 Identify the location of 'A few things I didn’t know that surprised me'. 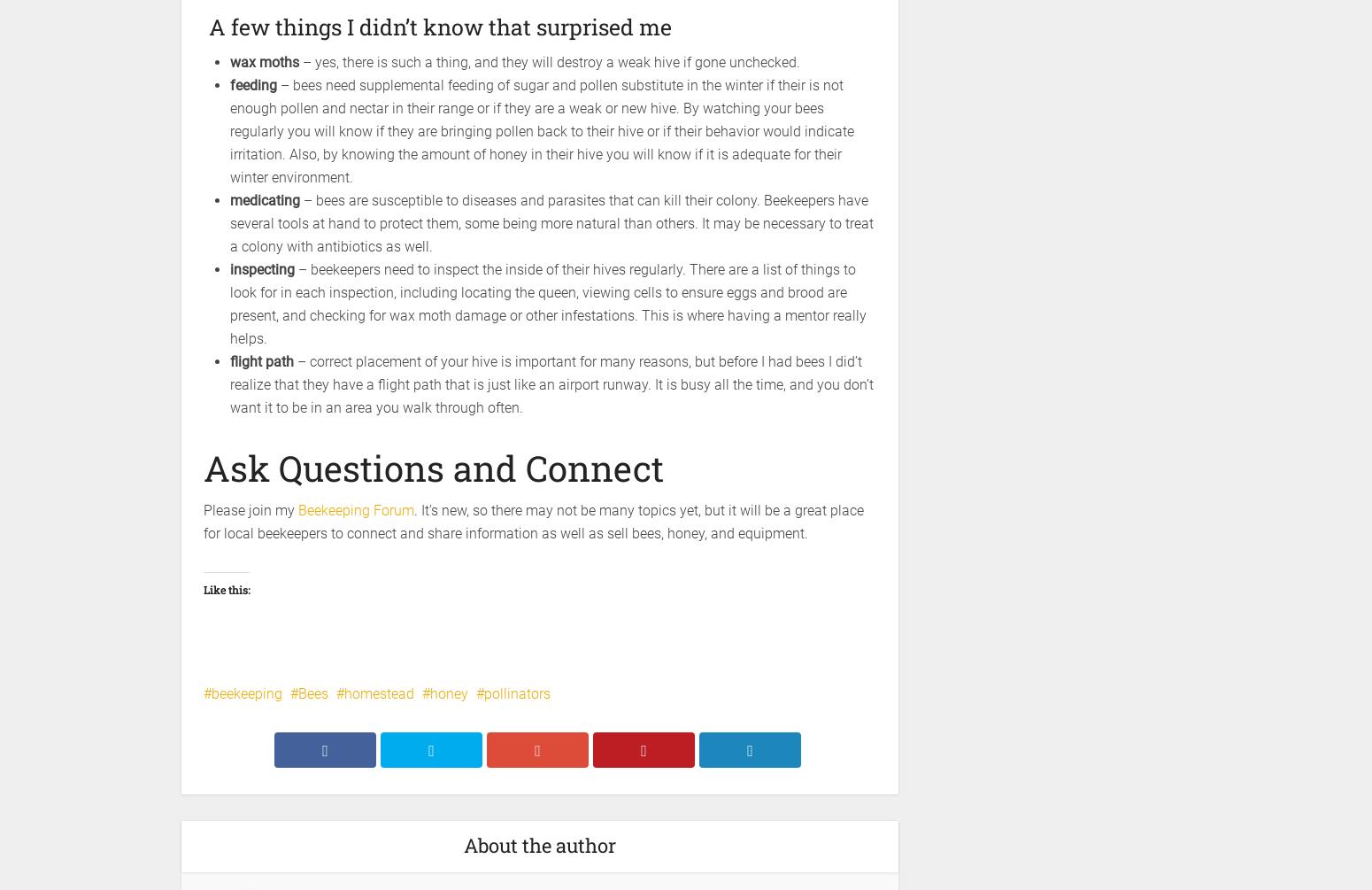
(436, 27).